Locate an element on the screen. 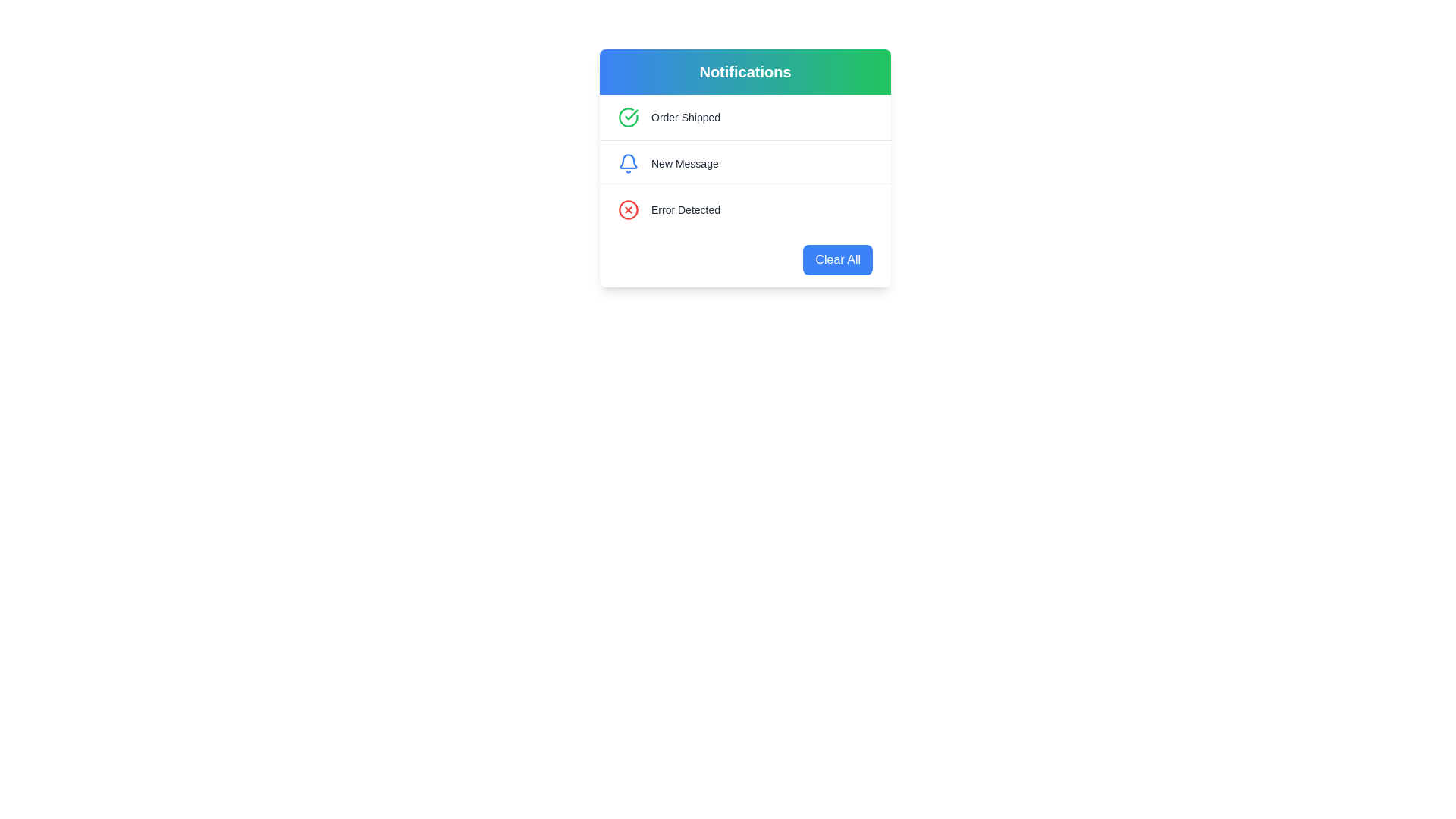  the red circular icon with a white background, representing an 'error' or 'close' symbol is located at coordinates (629, 210).